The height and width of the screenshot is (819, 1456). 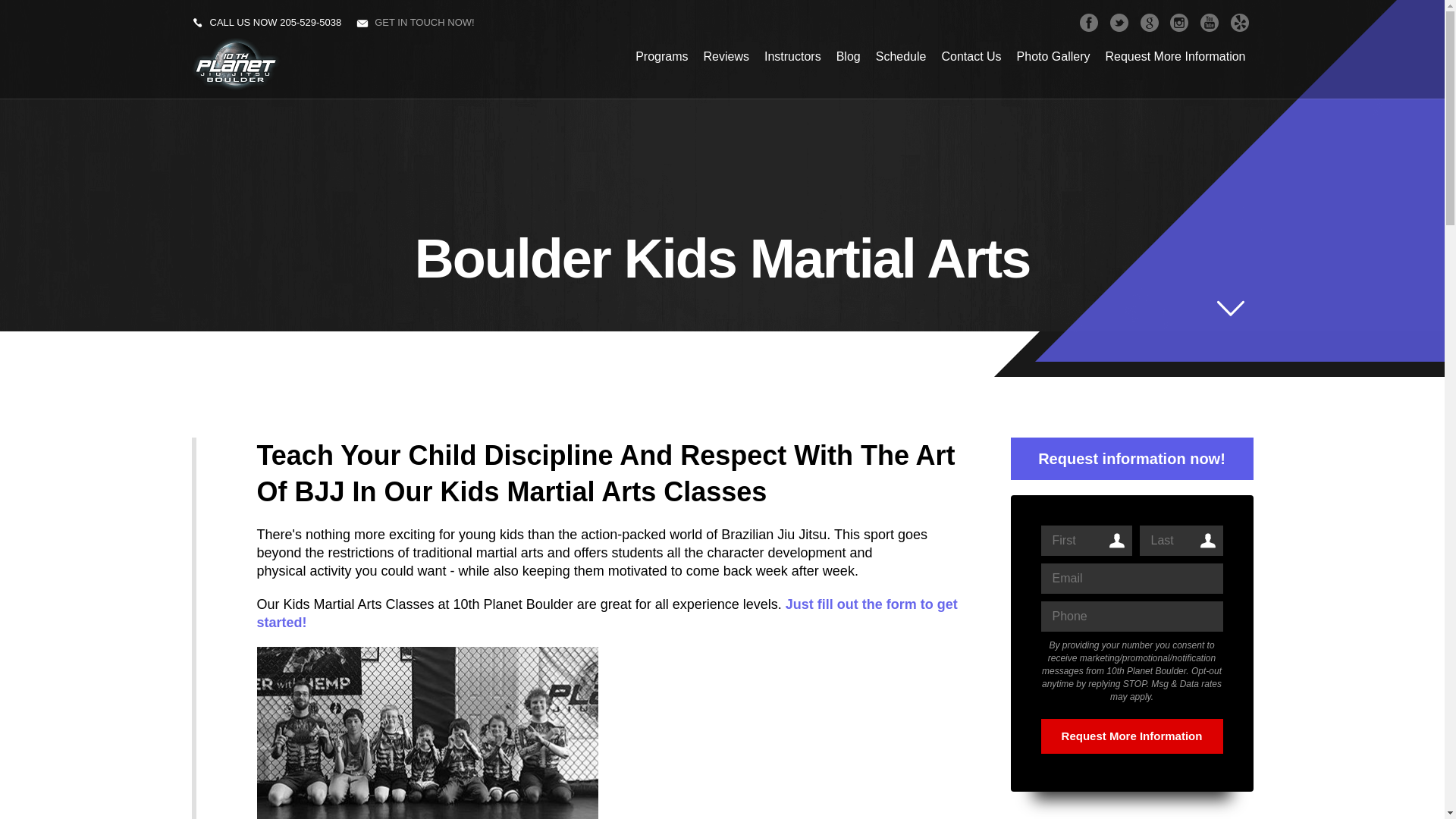 I want to click on 'FACEBOOK', so click(x=1087, y=23).